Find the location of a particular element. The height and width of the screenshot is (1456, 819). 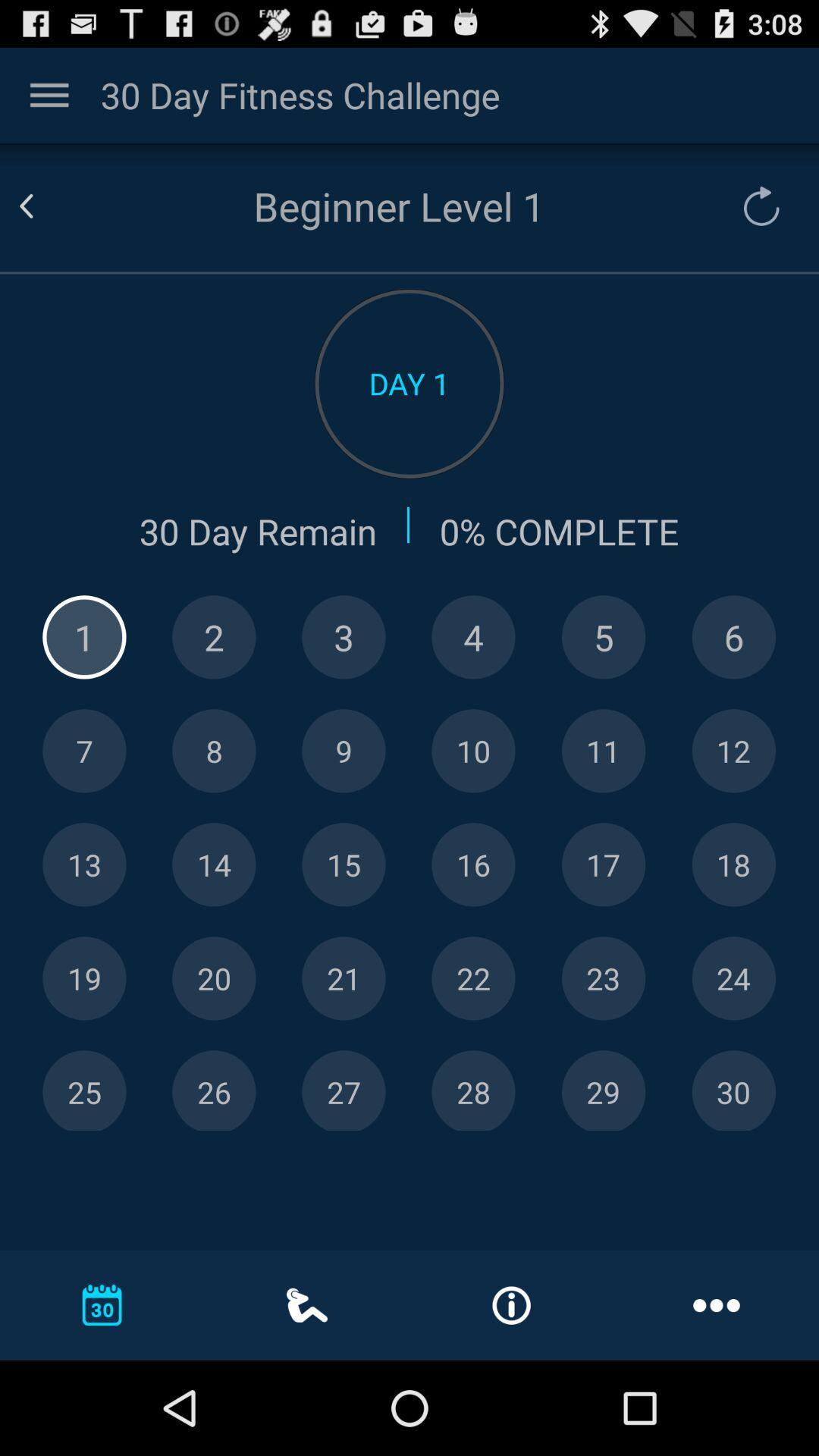

the help icon is located at coordinates (214, 681).